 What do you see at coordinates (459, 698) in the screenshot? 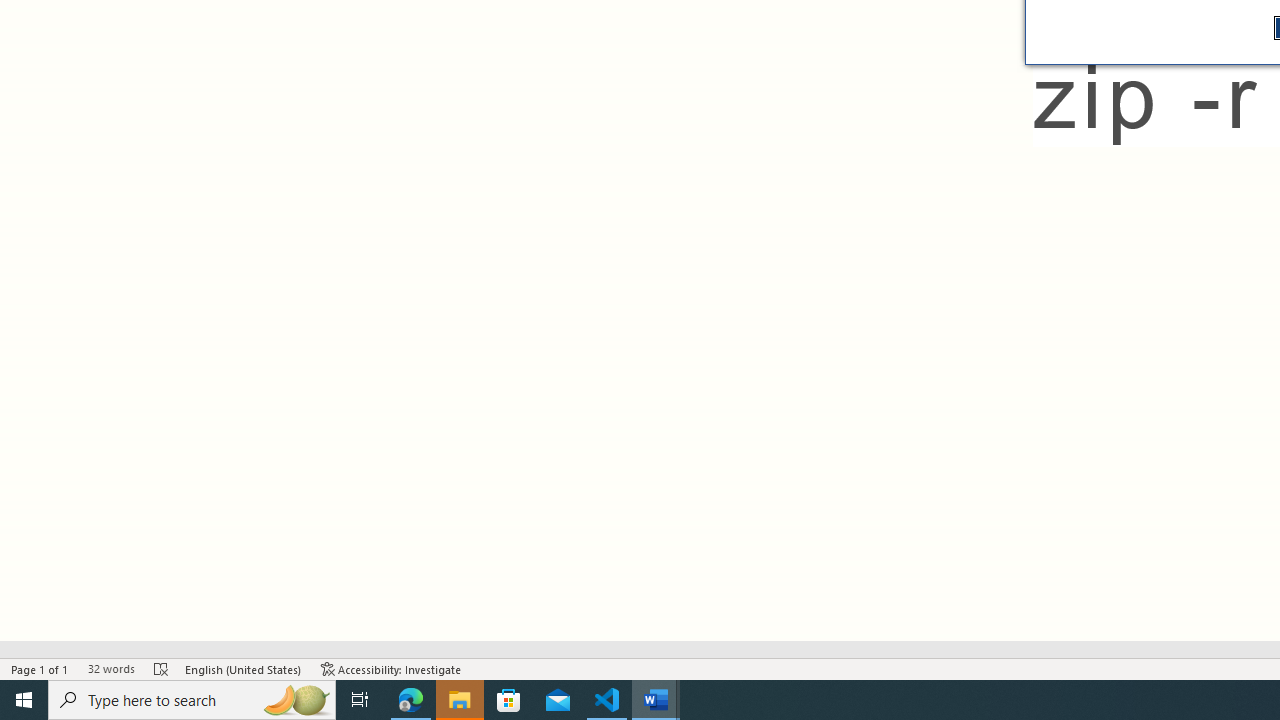
I see `'File Explorer - 1 running window'` at bounding box center [459, 698].